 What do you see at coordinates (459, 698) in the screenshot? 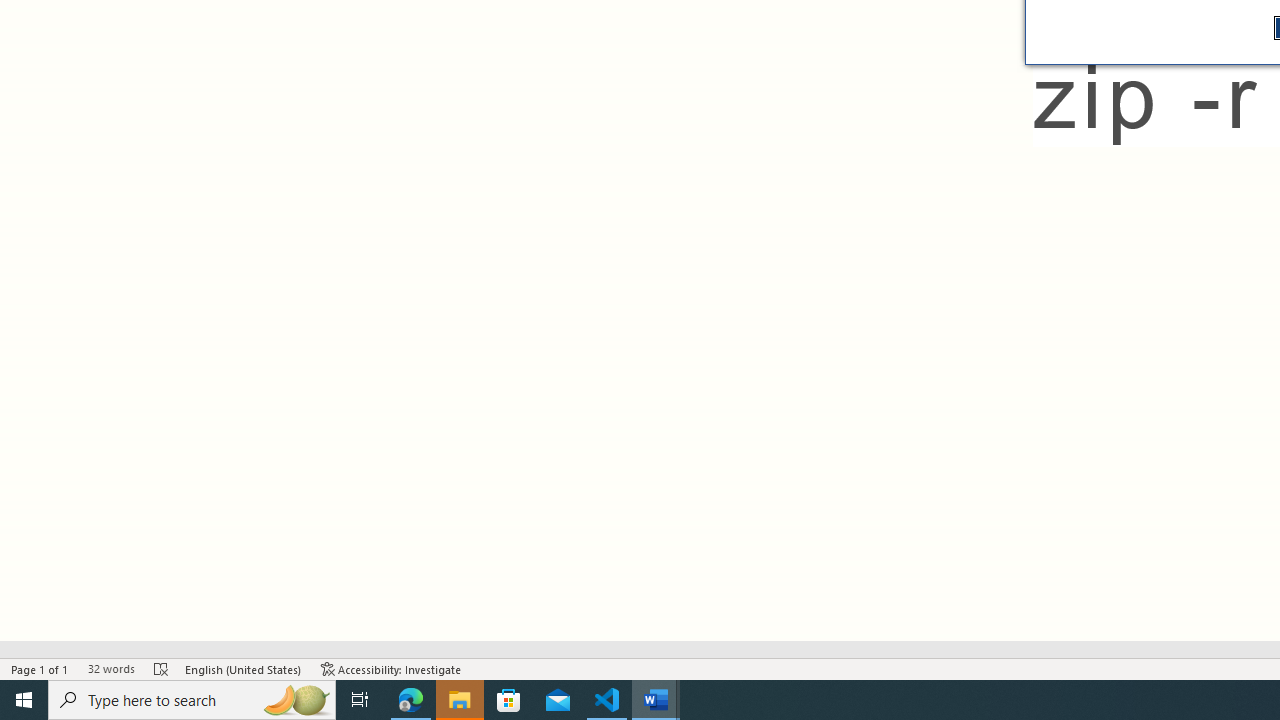
I see `'File Explorer - 1 running window'` at bounding box center [459, 698].